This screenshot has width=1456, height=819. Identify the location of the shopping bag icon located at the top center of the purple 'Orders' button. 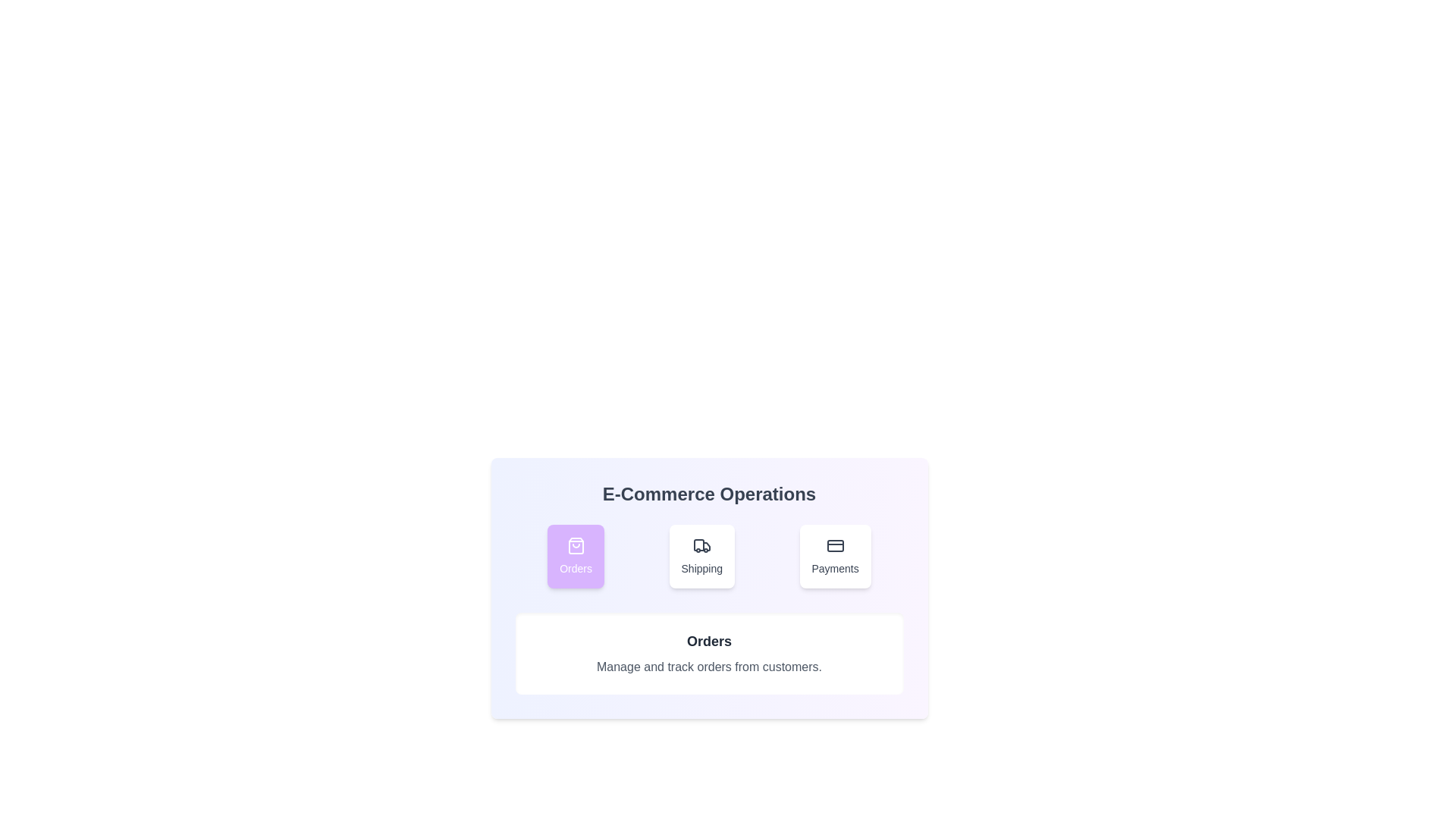
(575, 546).